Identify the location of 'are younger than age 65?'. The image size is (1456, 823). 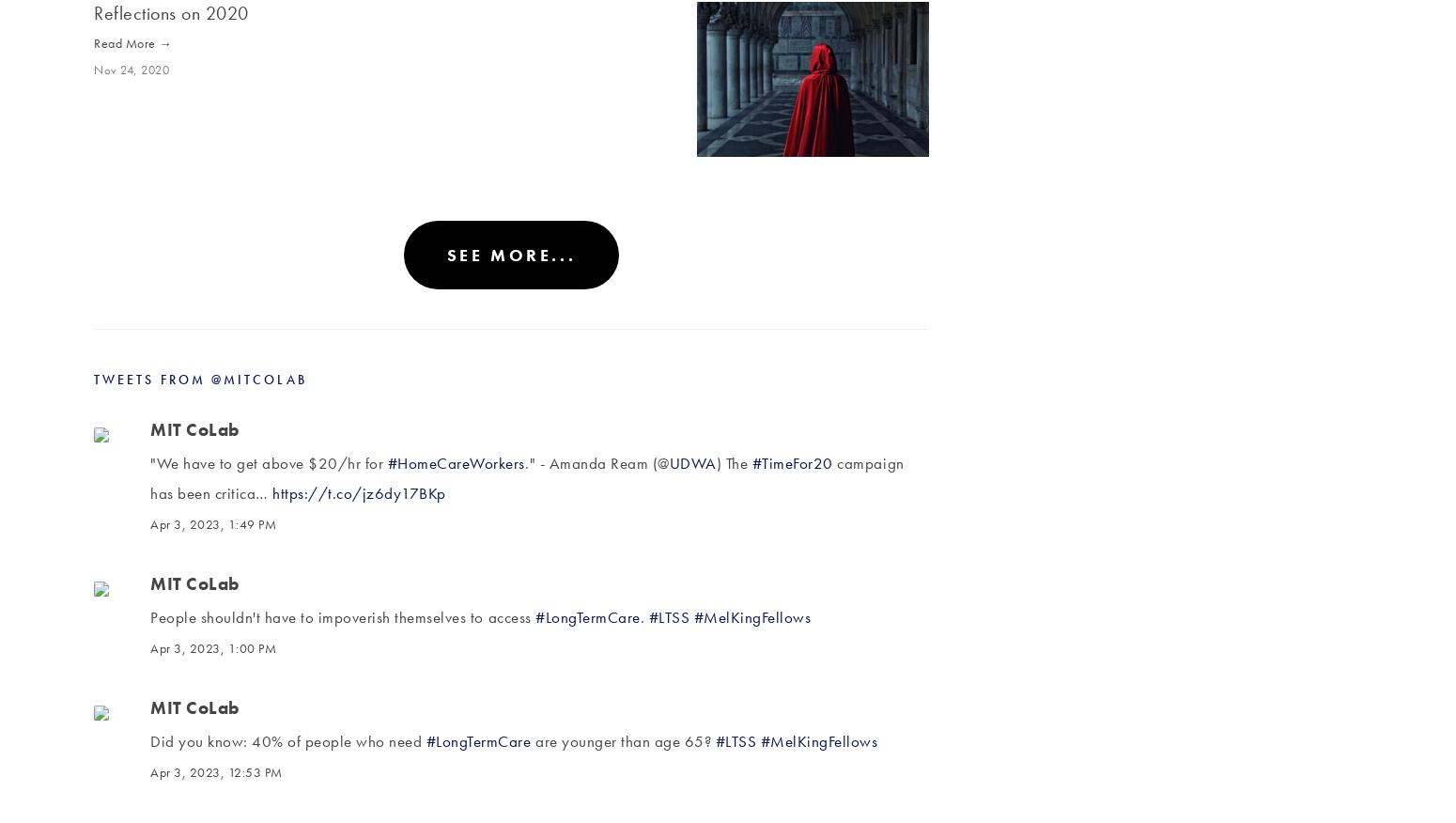
(530, 738).